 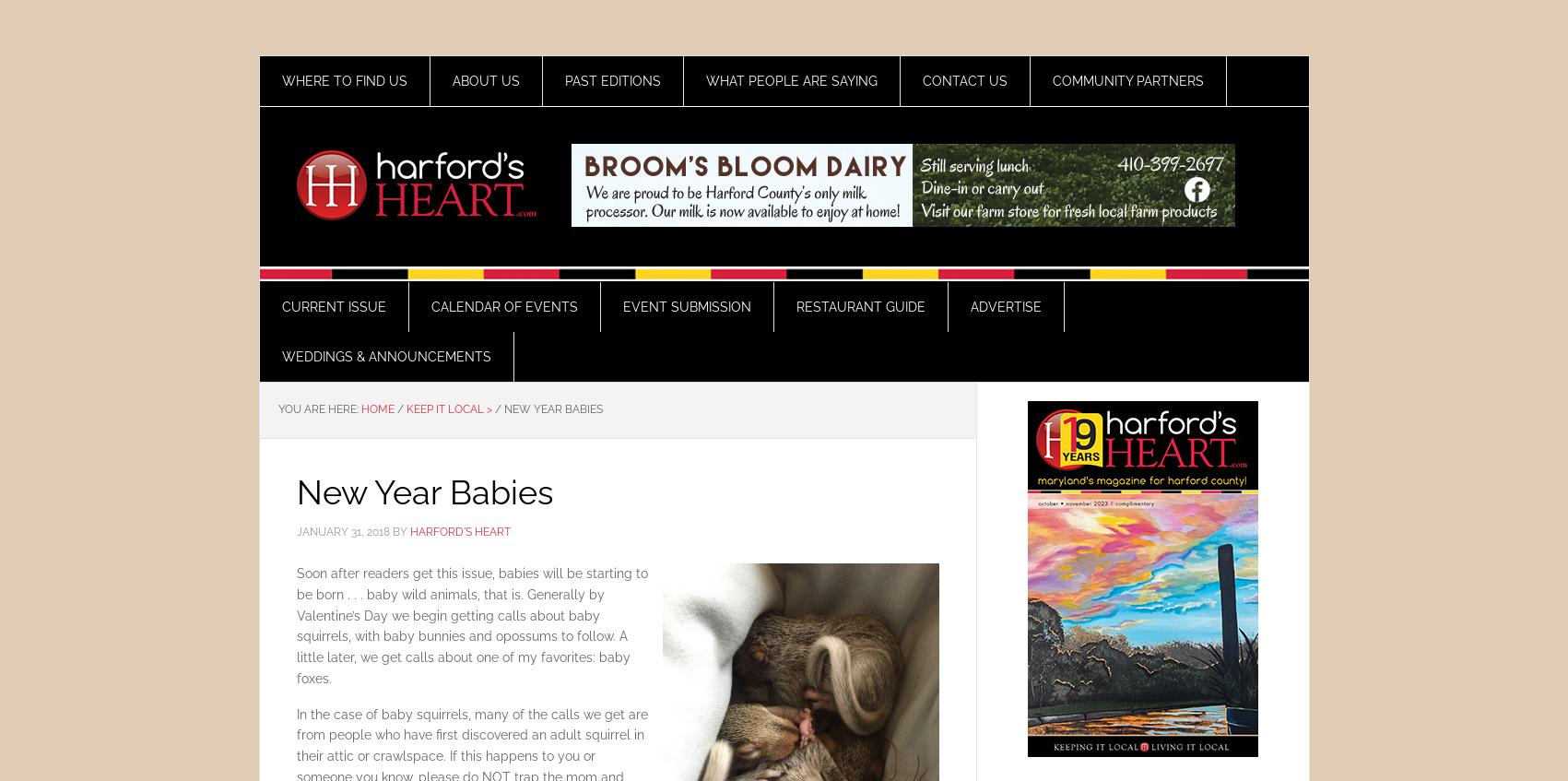 I want to click on 'What People Are Saying', so click(x=704, y=81).